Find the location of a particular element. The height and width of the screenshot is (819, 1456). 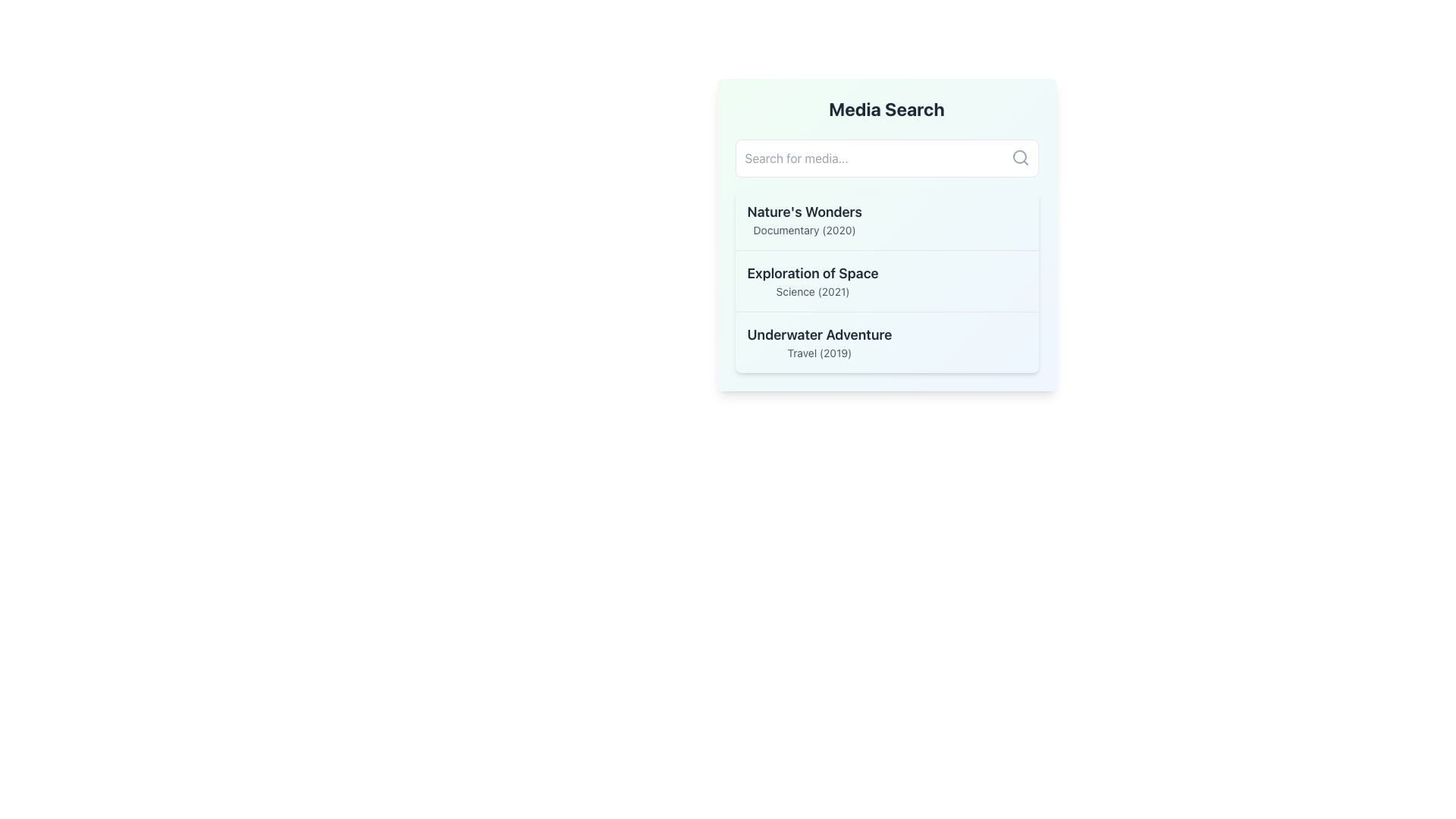

the magnifying glass icon located at the top-right corner of the search input field, which is characterized by a circular outline and a handle, rendered in a gray color is located at coordinates (1020, 158).